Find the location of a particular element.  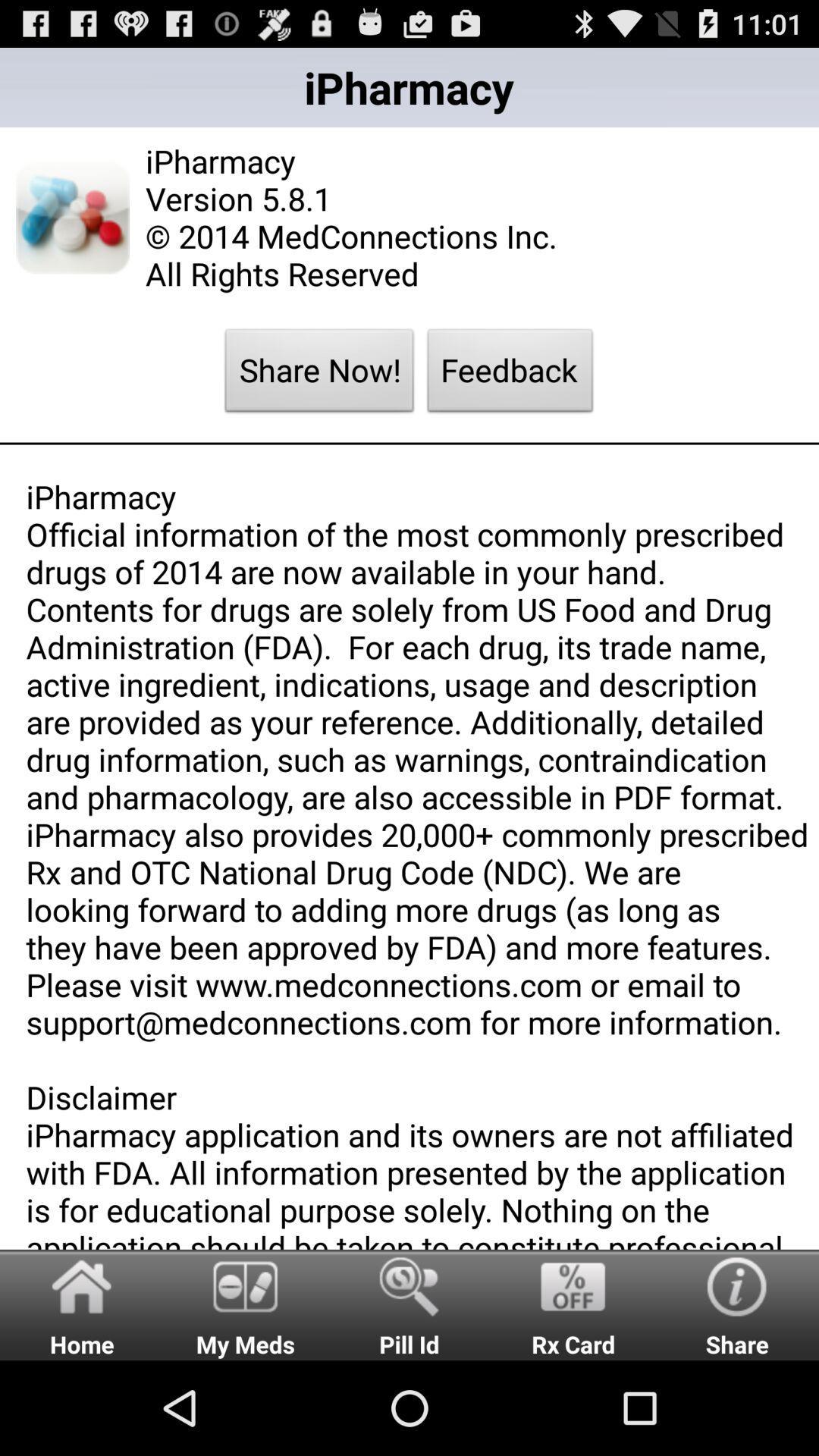

the radio button to the left of the pill id item is located at coordinates (245, 1304).